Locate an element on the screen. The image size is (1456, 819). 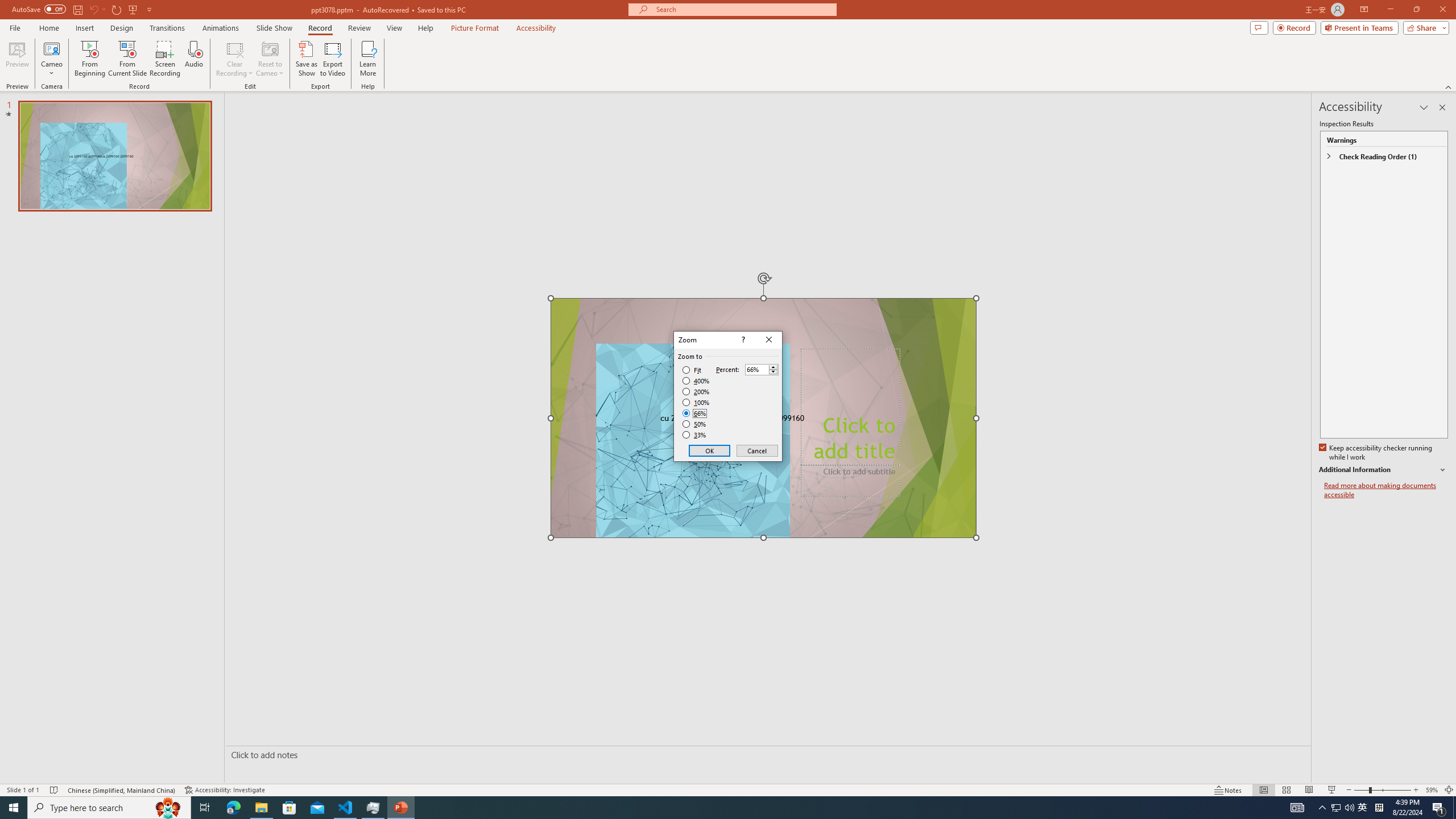
'More' is located at coordinates (772, 366).